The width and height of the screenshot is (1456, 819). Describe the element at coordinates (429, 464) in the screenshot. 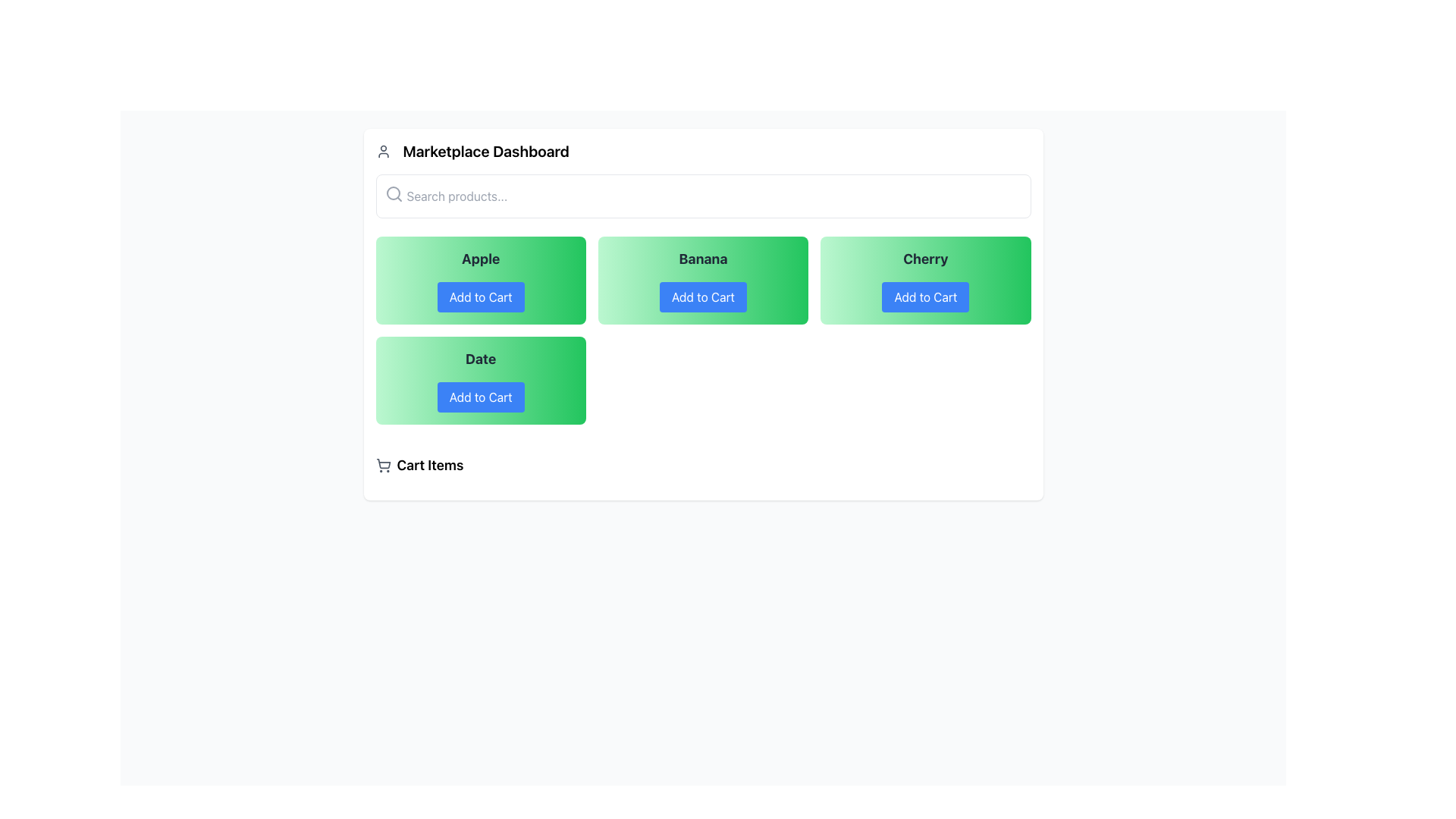

I see `the static text label indicating the section for cart-related actions, located in the lower-left region of the interface below the product presentation grid` at that location.